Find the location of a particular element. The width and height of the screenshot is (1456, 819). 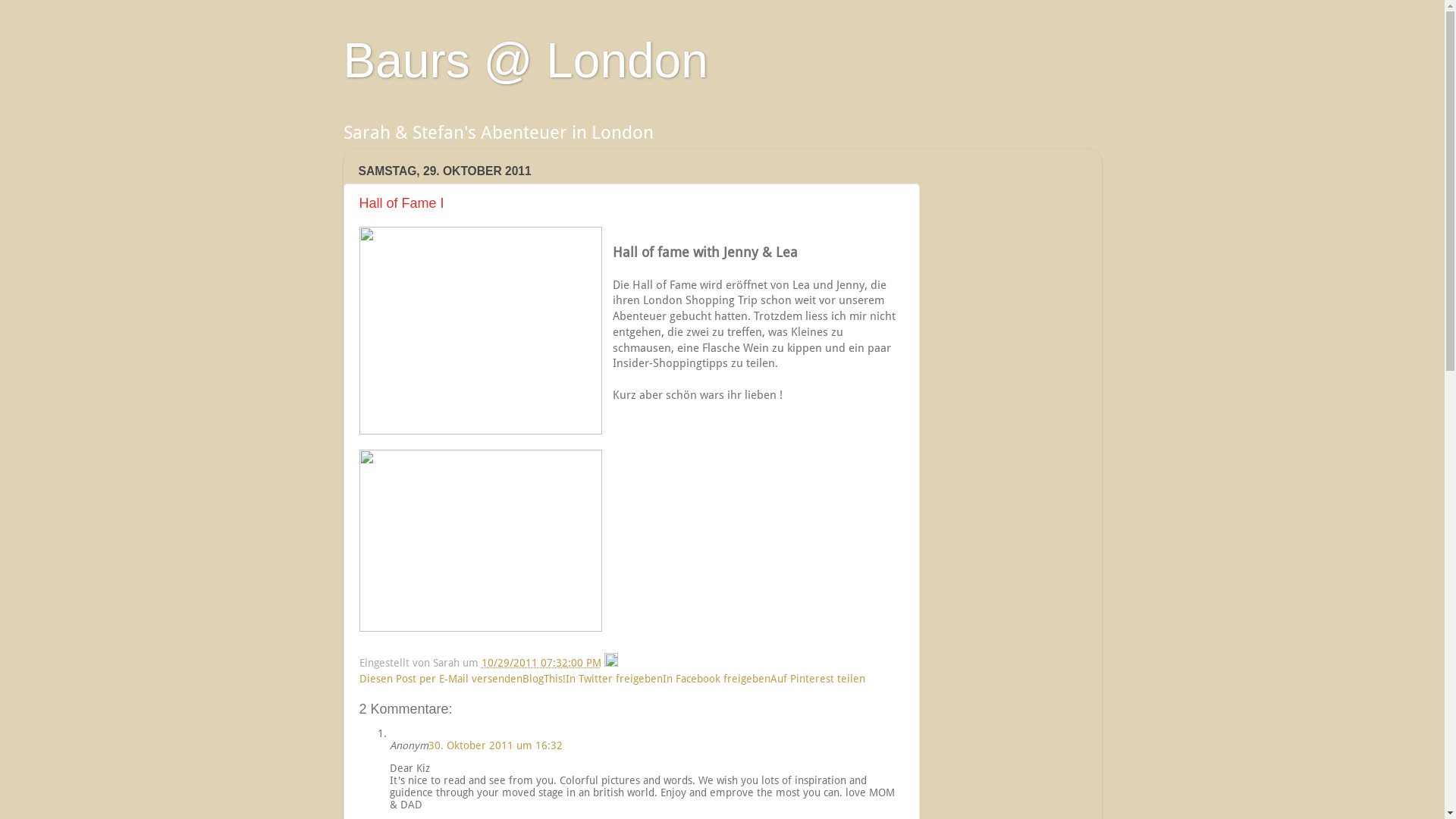

'Auf Pinterest teilen' is located at coordinates (770, 677).